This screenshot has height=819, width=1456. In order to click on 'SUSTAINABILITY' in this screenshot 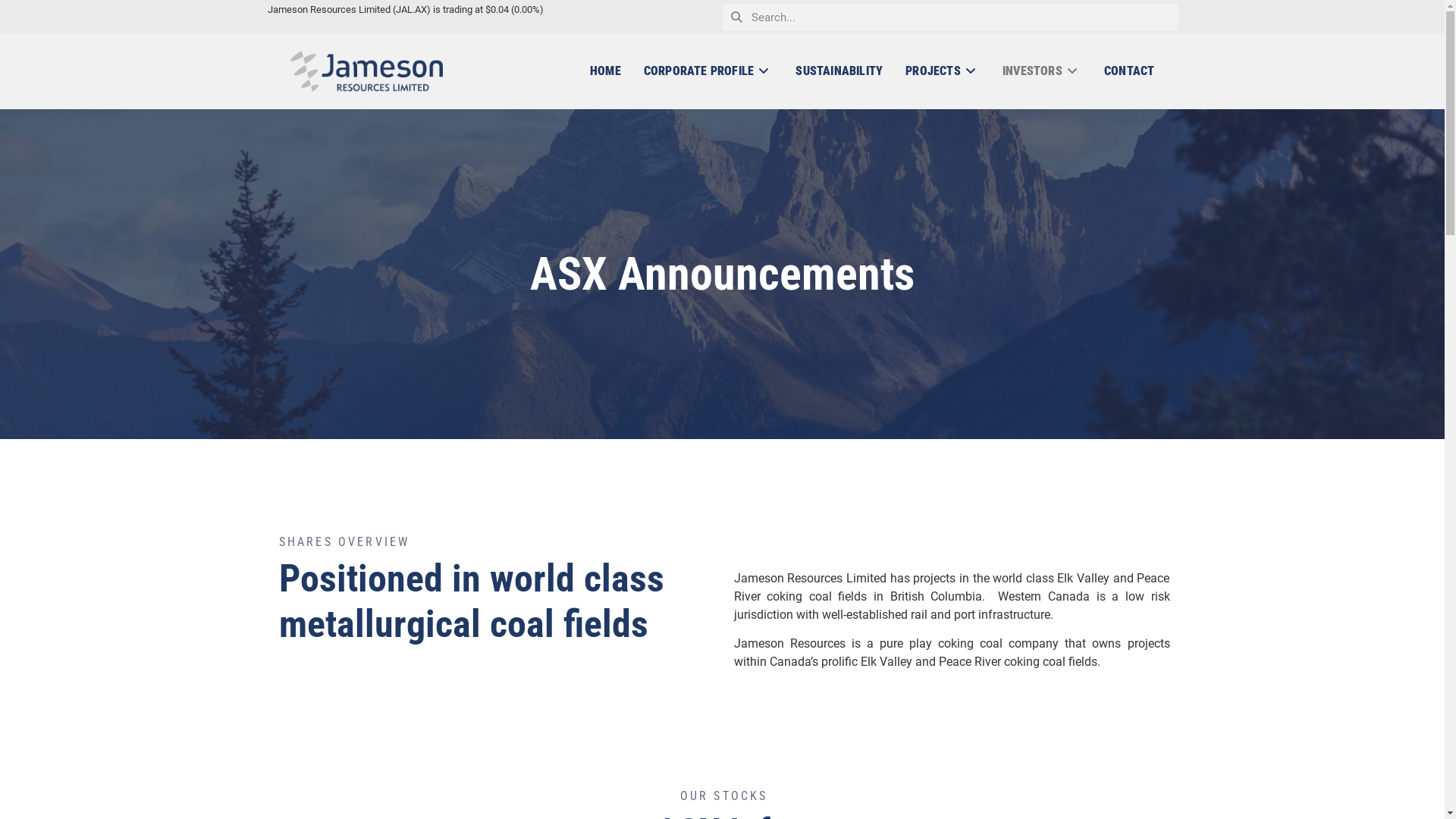, I will do `click(838, 71)`.